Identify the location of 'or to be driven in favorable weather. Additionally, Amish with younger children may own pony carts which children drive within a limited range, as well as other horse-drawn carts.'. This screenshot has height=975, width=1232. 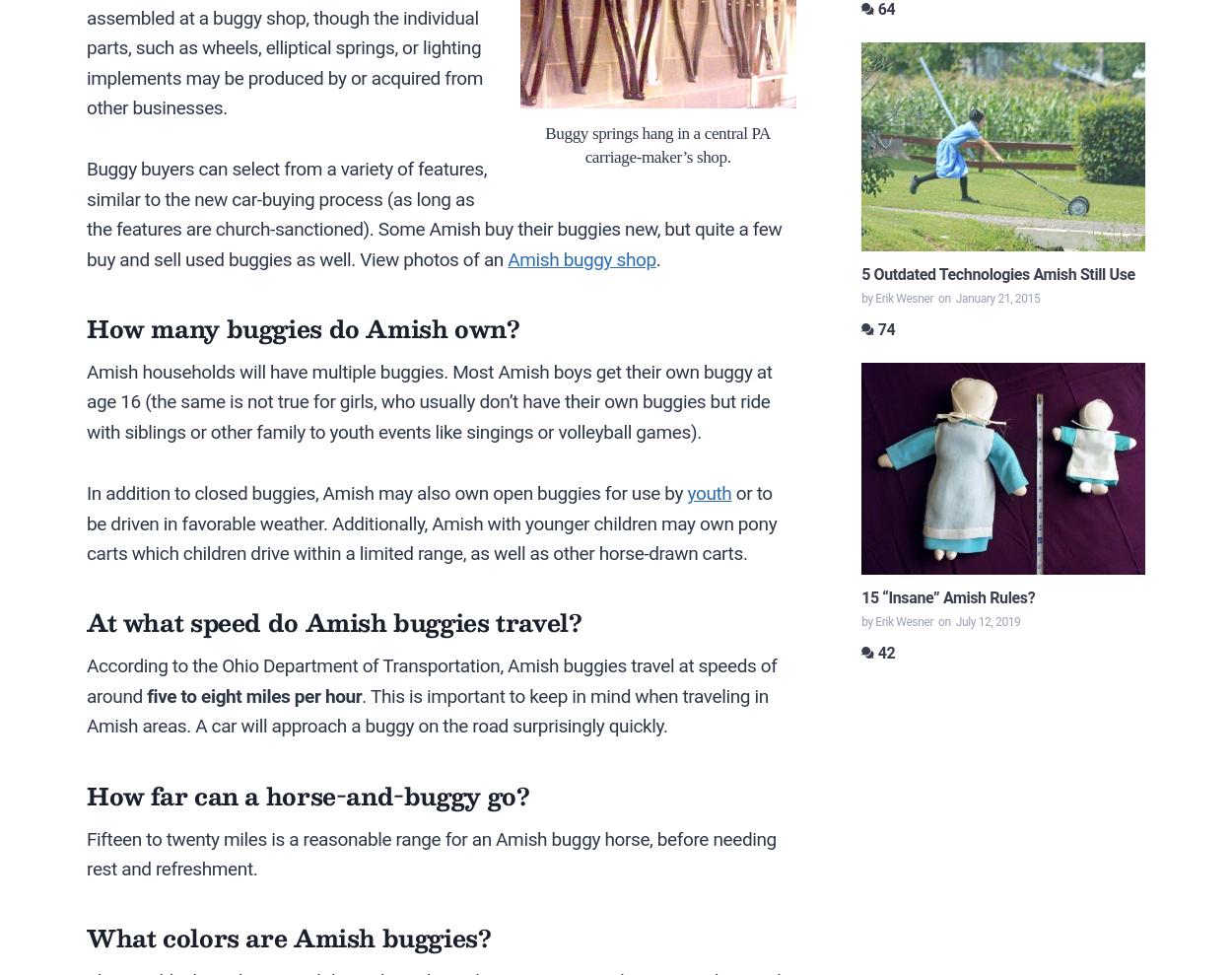
(432, 522).